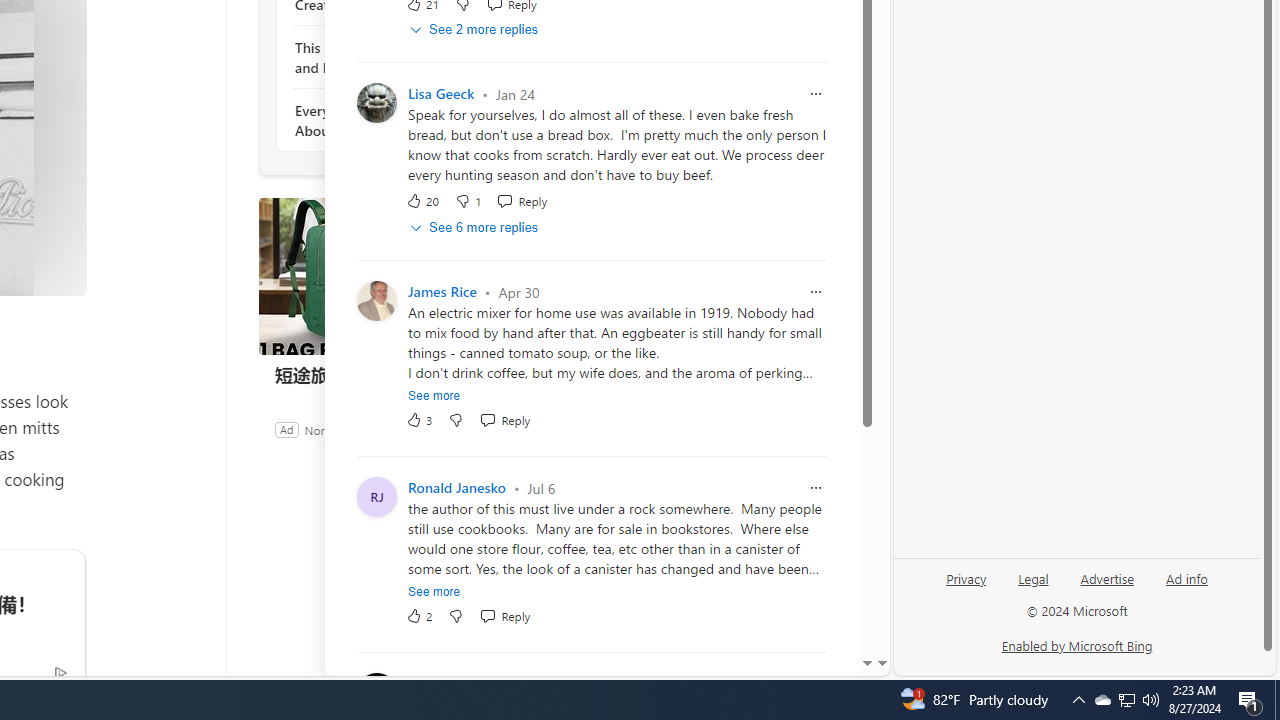  I want to click on '20 Like', so click(421, 201).